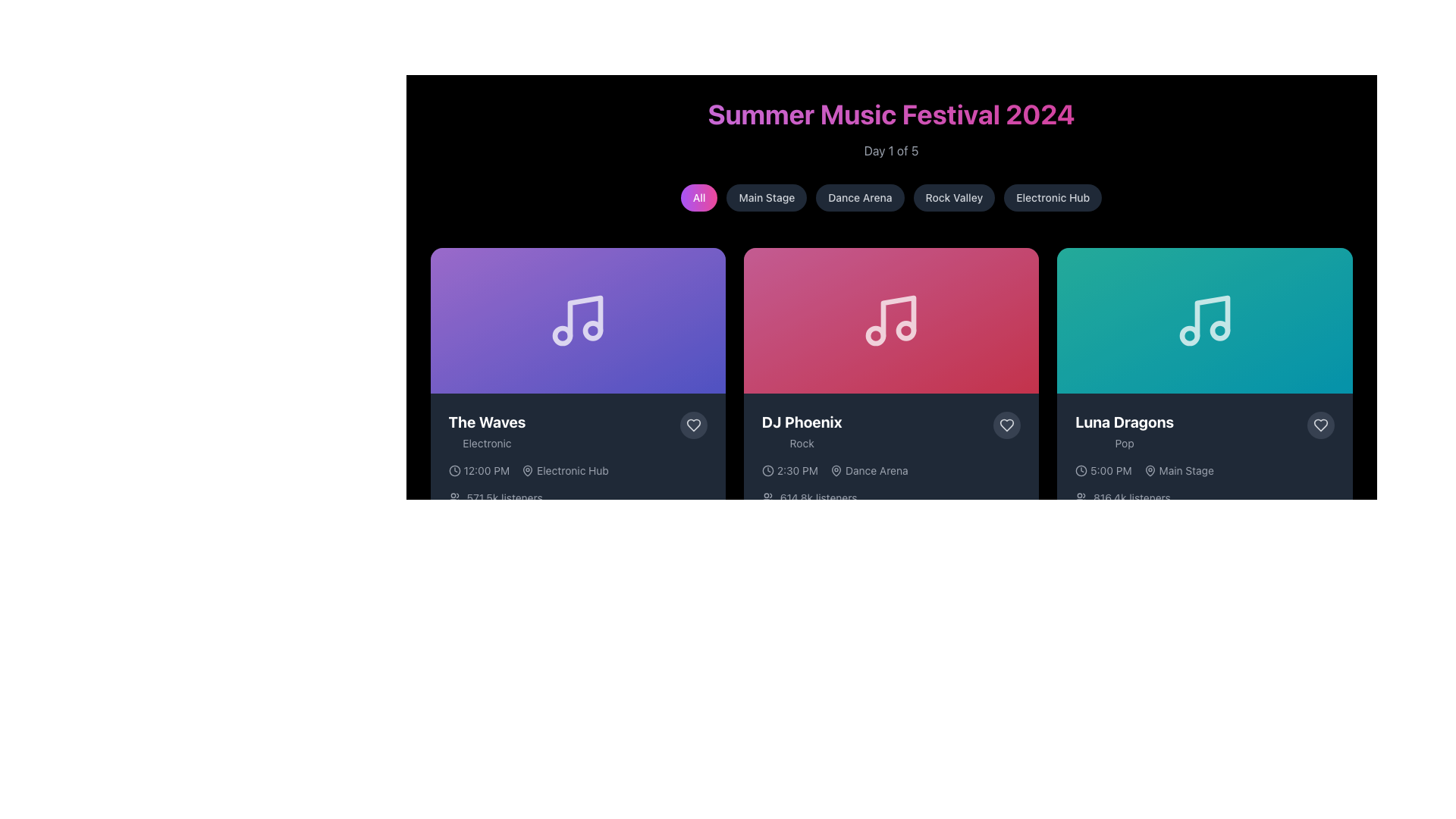 The height and width of the screenshot is (819, 1456). Describe the element at coordinates (1081, 470) in the screenshot. I see `the clock icon located on the left of the text '5:00 PM' under the performance segment of 'Luna Dragons', positioned in the bottom section of the third card` at that location.